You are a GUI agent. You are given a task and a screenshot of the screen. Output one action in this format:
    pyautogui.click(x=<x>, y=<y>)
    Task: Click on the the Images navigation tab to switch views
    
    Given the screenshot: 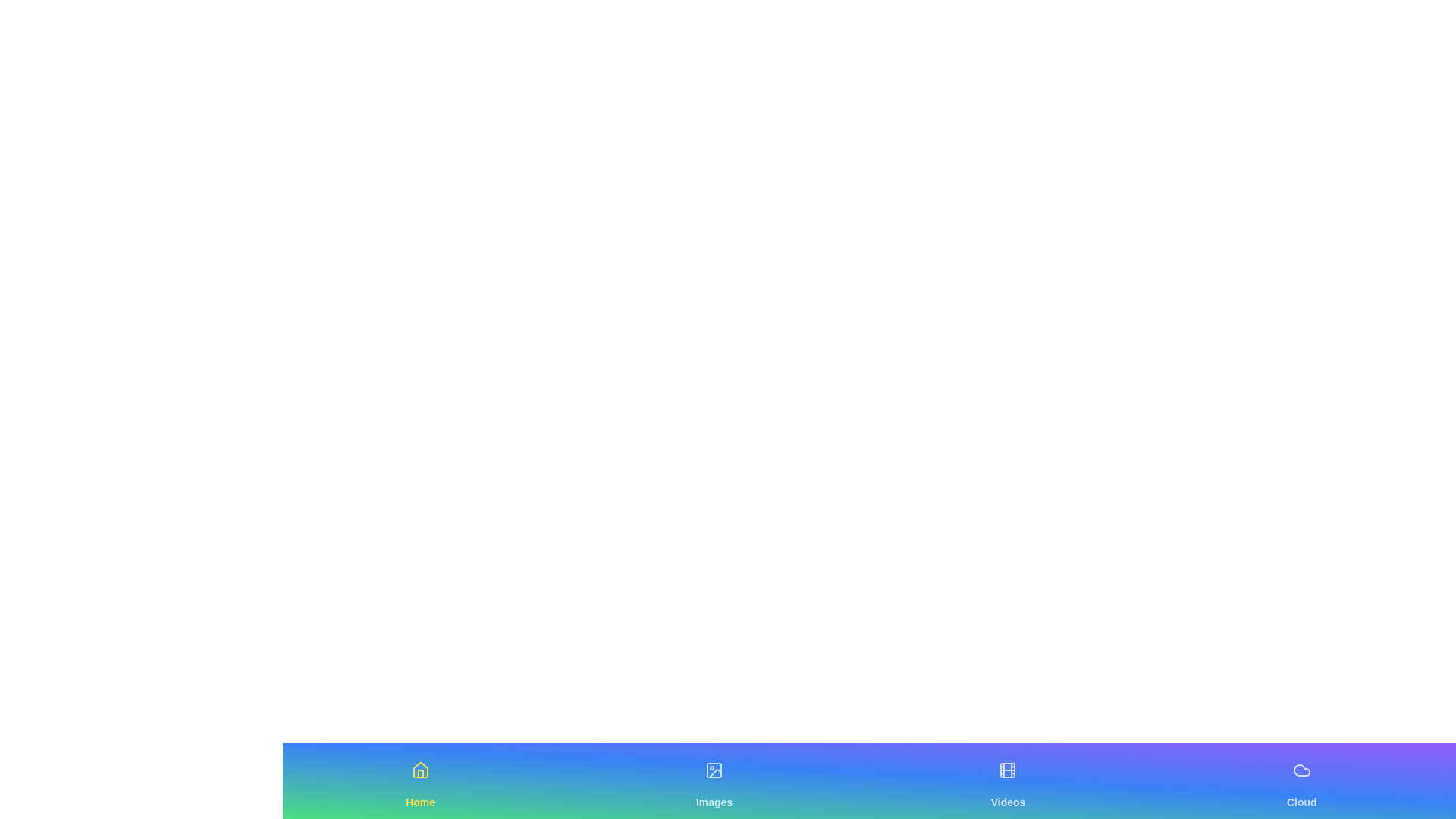 What is the action you would take?
    pyautogui.click(x=714, y=780)
    